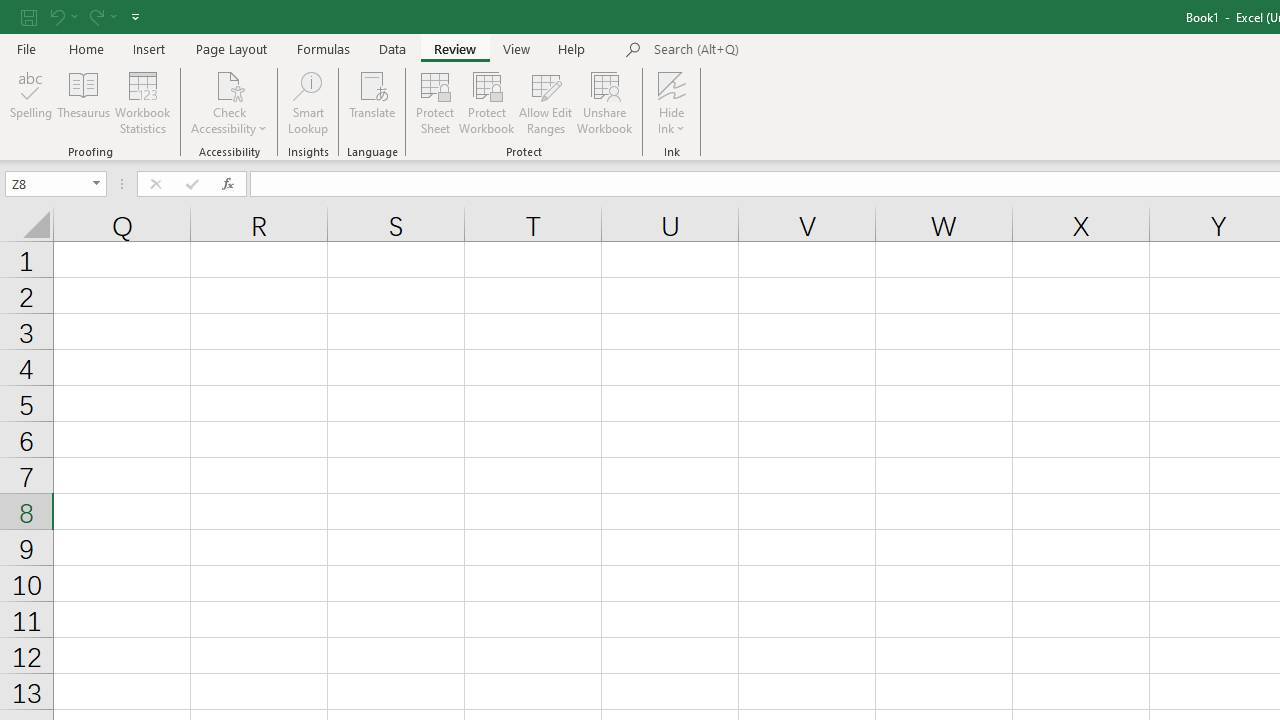 This screenshot has height=720, width=1280. I want to click on 'Save', so click(29, 16).